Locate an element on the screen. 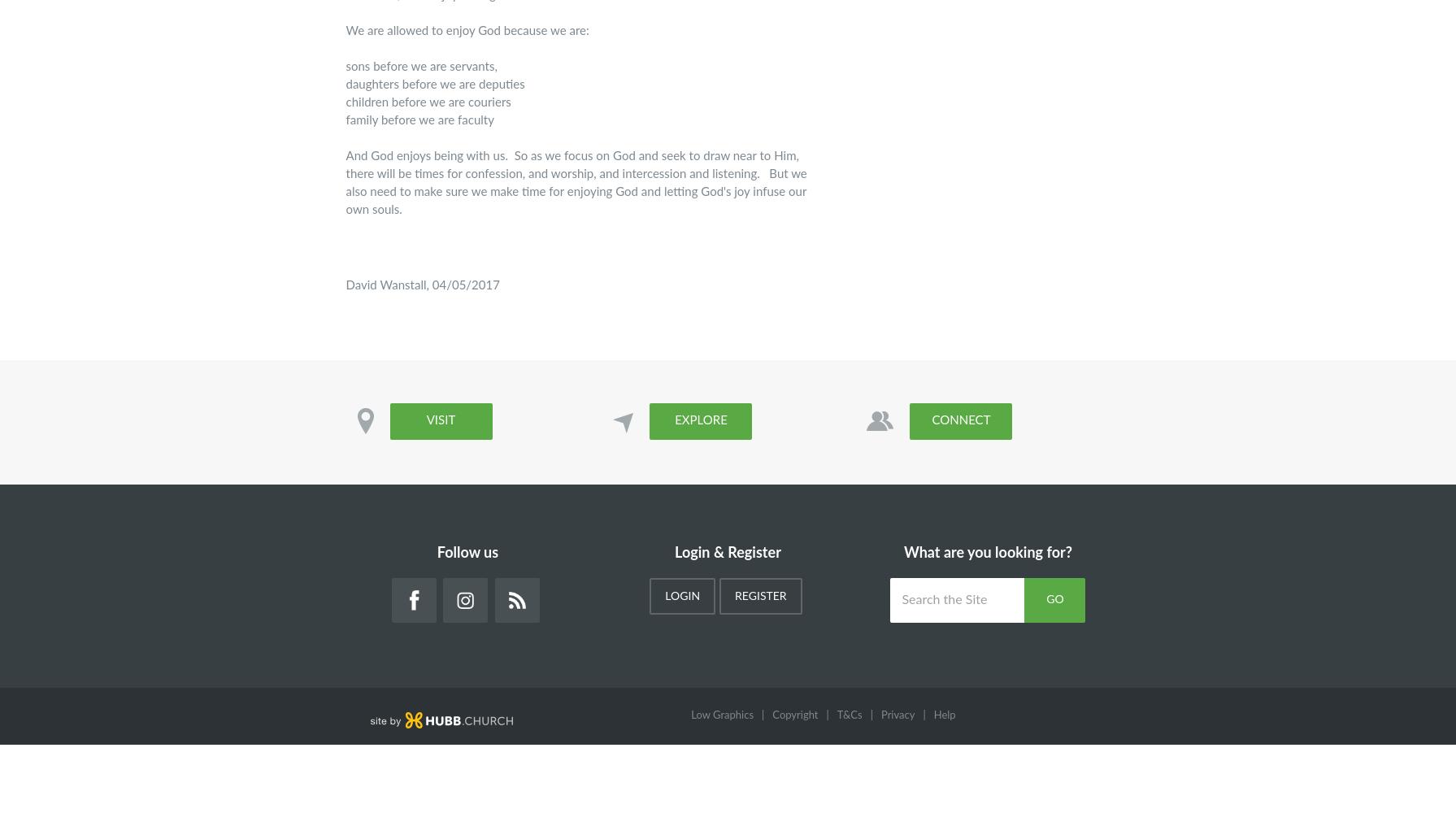 The image size is (1456, 813). 'Help' is located at coordinates (932, 715).